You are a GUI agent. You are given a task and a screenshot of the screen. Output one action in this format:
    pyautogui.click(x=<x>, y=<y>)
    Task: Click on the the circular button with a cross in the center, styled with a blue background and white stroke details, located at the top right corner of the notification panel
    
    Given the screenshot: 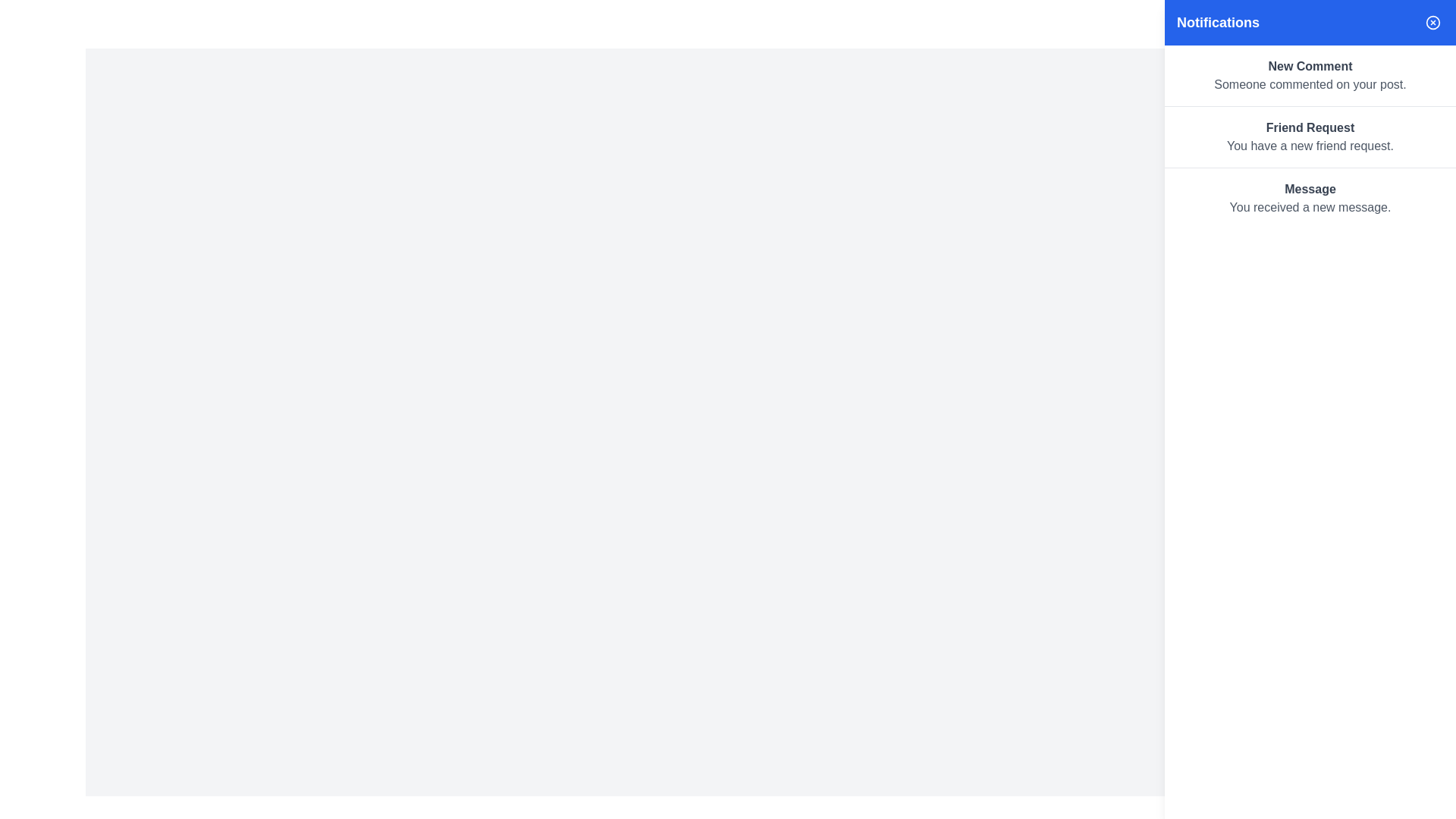 What is the action you would take?
    pyautogui.click(x=1432, y=23)
    